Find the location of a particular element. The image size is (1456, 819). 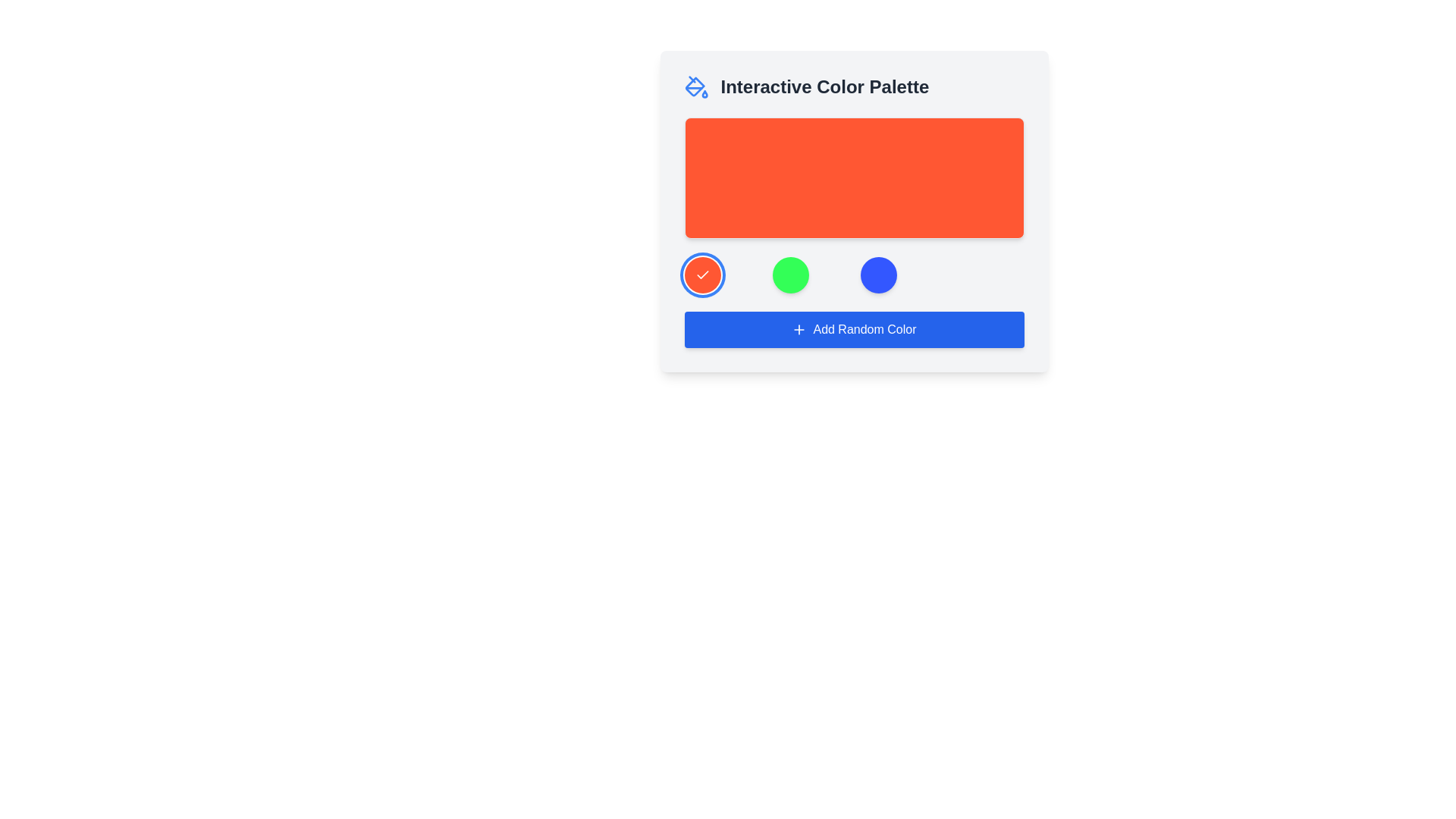

the green color selection button, which is the second circular element in a row of four, located beneath the main panel with an orange rectangle is located at coordinates (789, 275).